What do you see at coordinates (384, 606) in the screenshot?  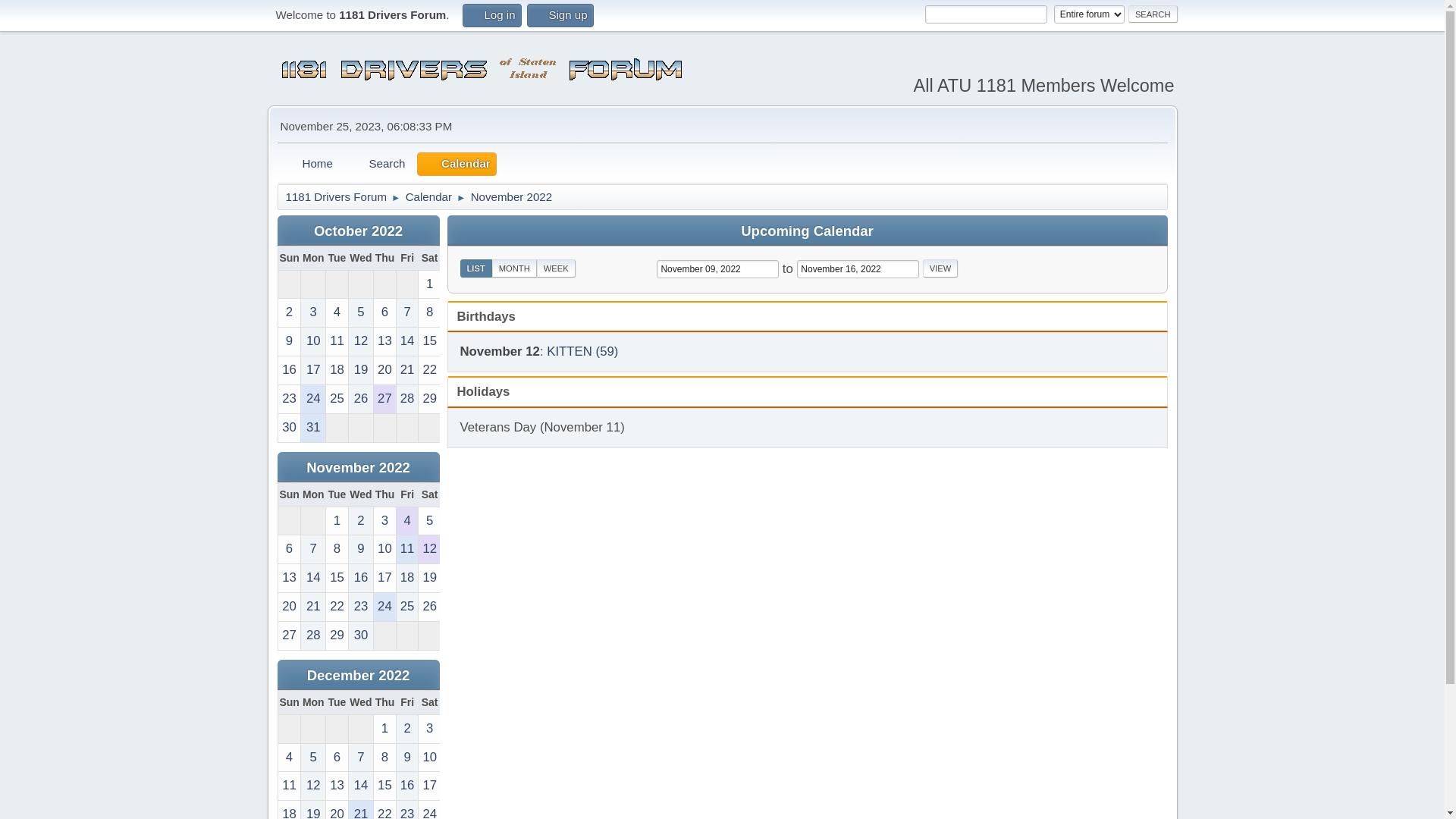 I see `'24'` at bounding box center [384, 606].